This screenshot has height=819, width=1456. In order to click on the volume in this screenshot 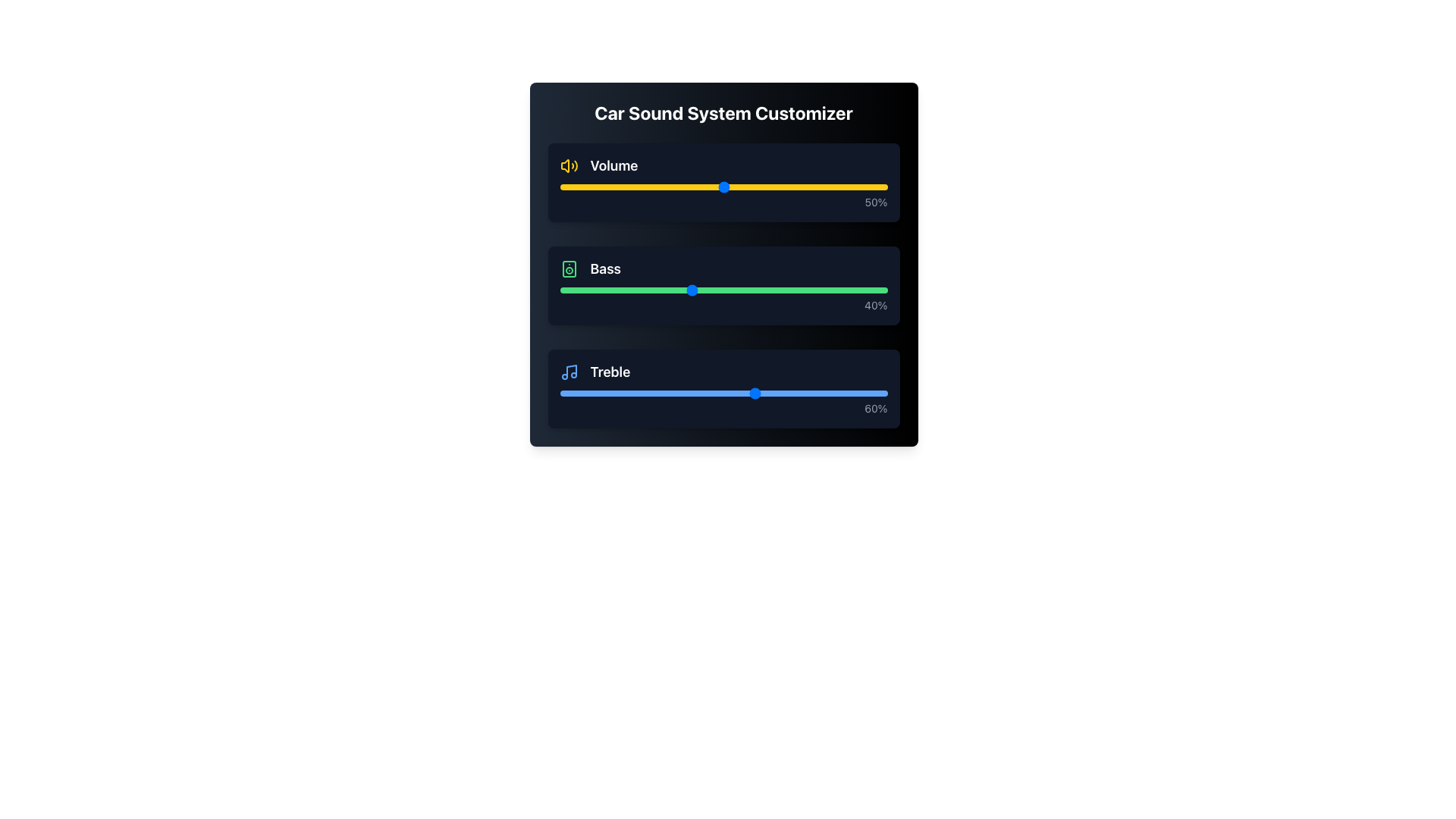, I will do `click(598, 186)`.